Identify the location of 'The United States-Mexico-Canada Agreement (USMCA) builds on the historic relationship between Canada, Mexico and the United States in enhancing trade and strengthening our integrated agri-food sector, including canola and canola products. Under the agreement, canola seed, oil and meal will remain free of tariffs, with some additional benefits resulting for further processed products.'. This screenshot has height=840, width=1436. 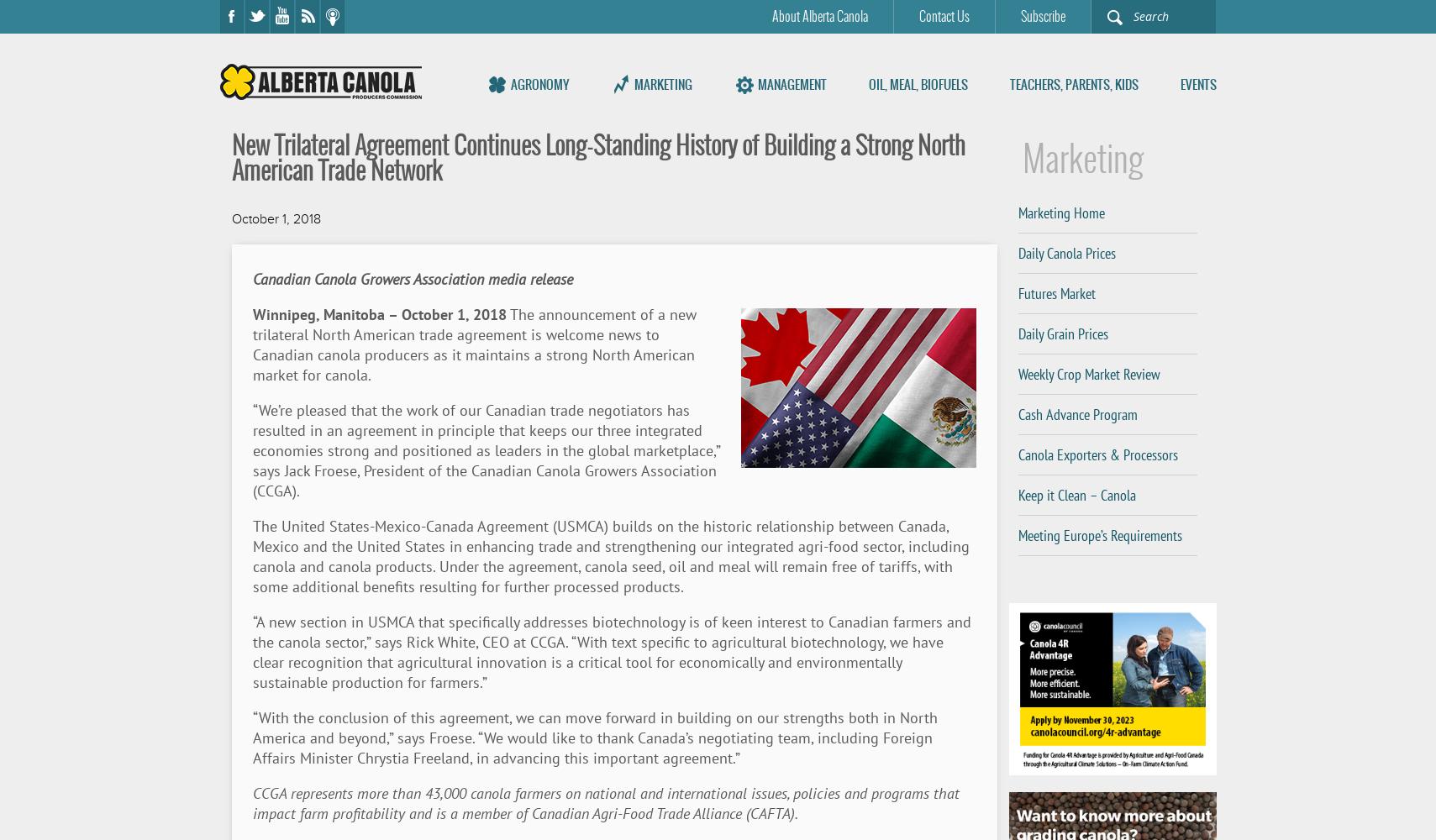
(610, 556).